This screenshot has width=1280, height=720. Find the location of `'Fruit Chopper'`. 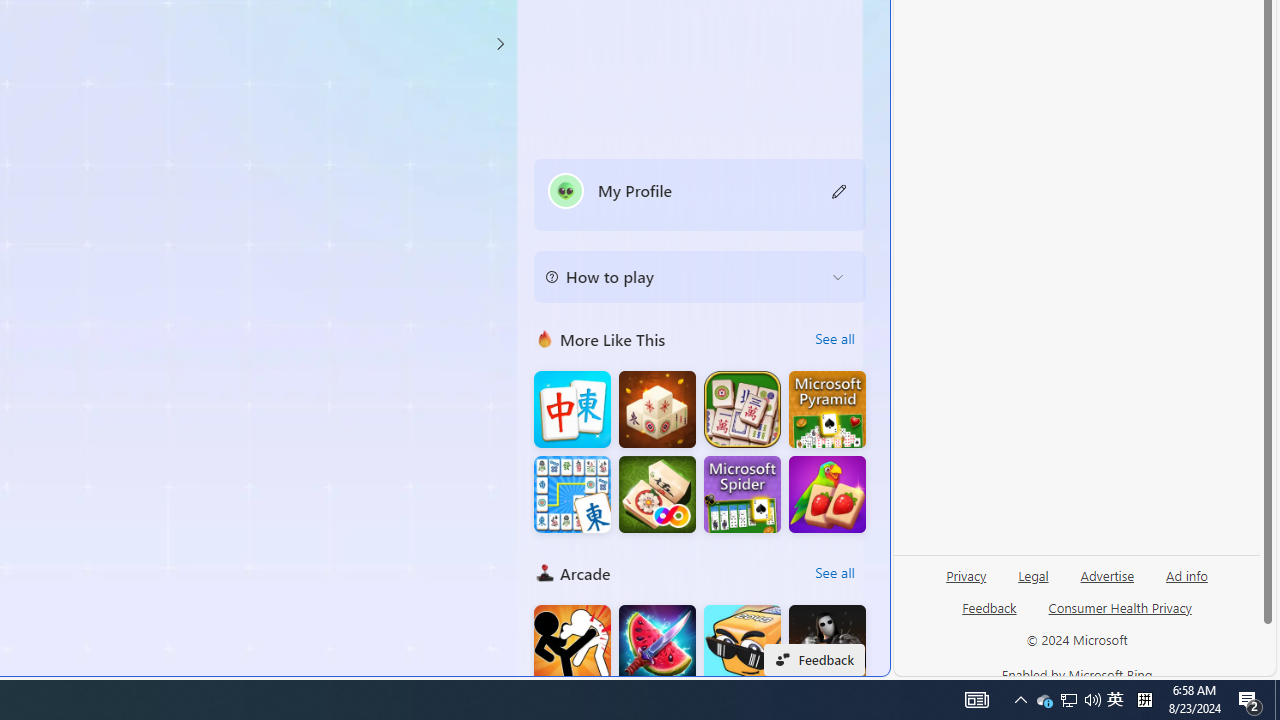

'Fruit Chopper' is located at coordinates (657, 643).